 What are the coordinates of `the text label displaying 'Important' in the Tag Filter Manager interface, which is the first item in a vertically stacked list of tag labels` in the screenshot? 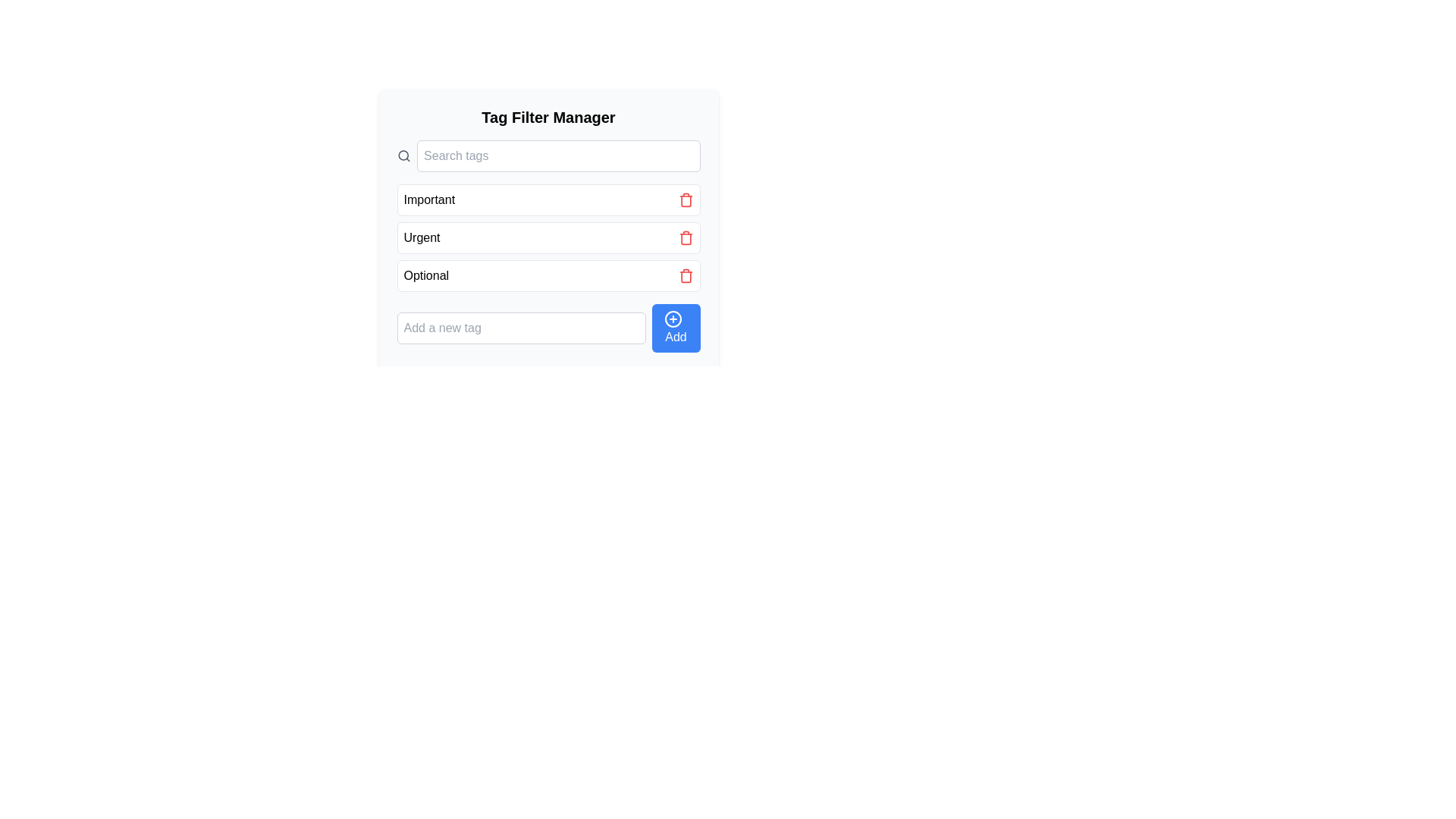 It's located at (428, 199).